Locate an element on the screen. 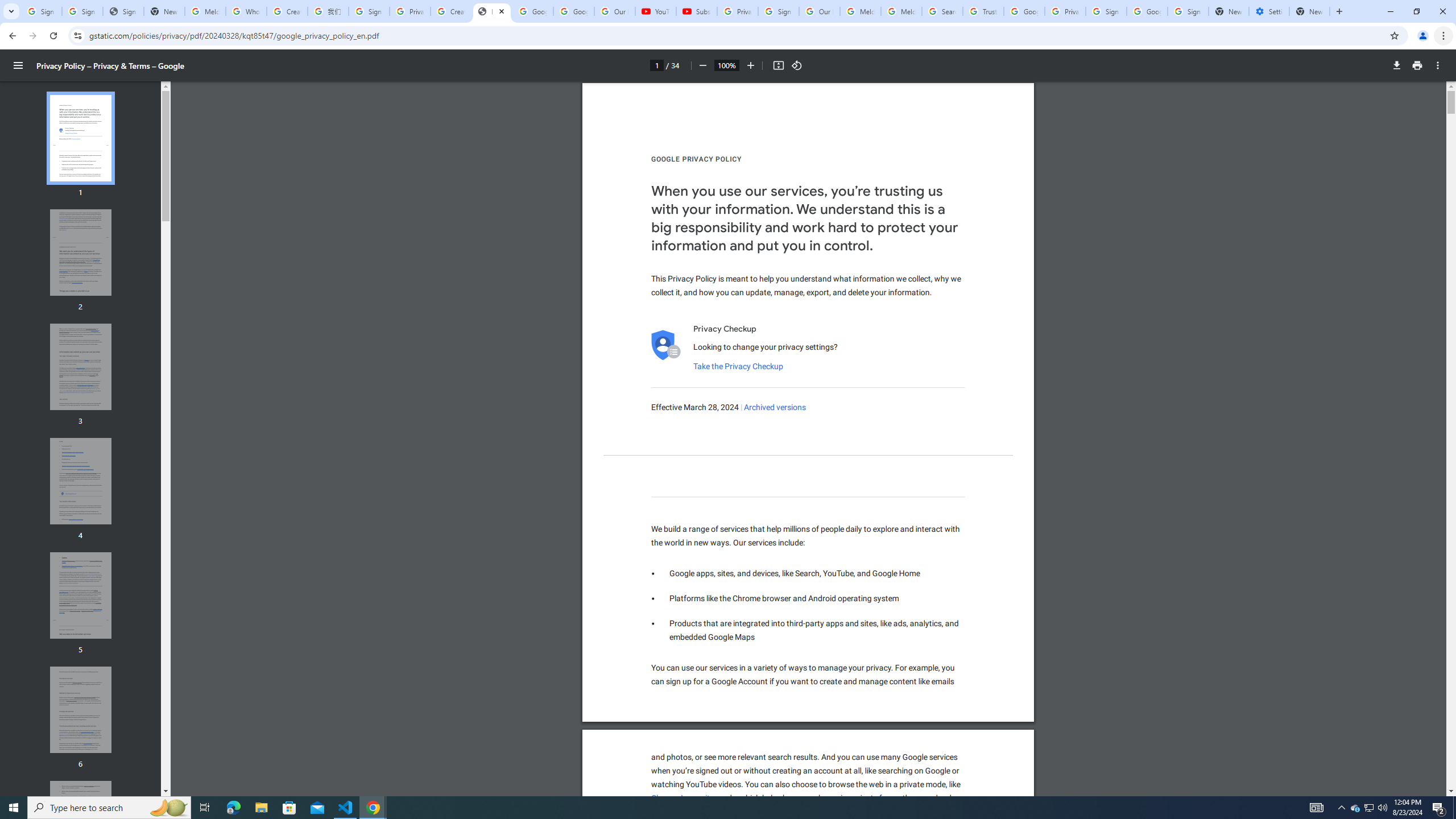 The width and height of the screenshot is (1456, 819). 'Google Ads - Sign in' is located at coordinates (1023, 11).